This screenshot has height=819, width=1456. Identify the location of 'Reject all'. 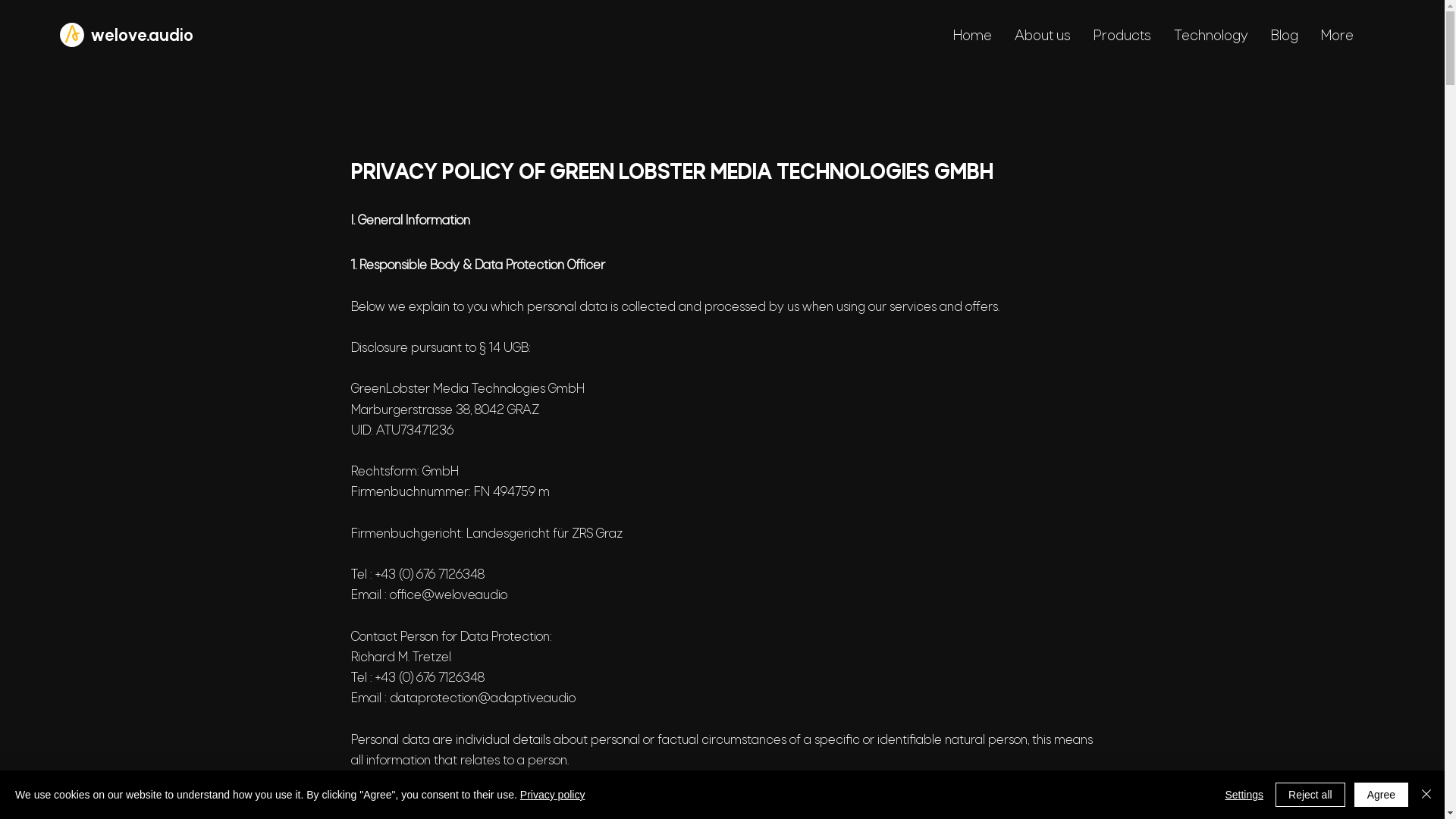
(1310, 794).